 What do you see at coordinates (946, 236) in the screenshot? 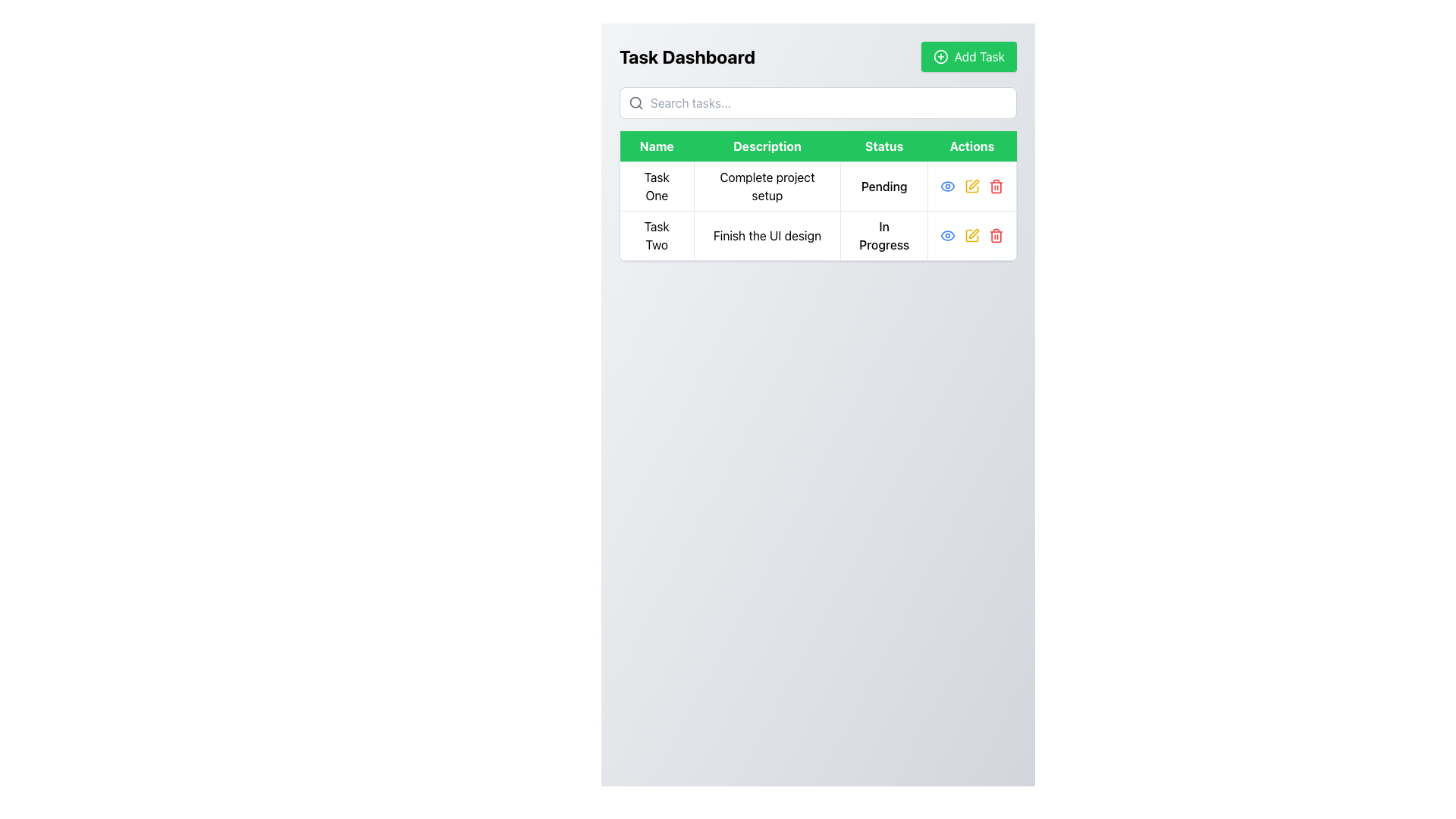
I see `the blue eye-shaped icon button located in the 'Actions' column of the row for 'Task One'` at bounding box center [946, 236].